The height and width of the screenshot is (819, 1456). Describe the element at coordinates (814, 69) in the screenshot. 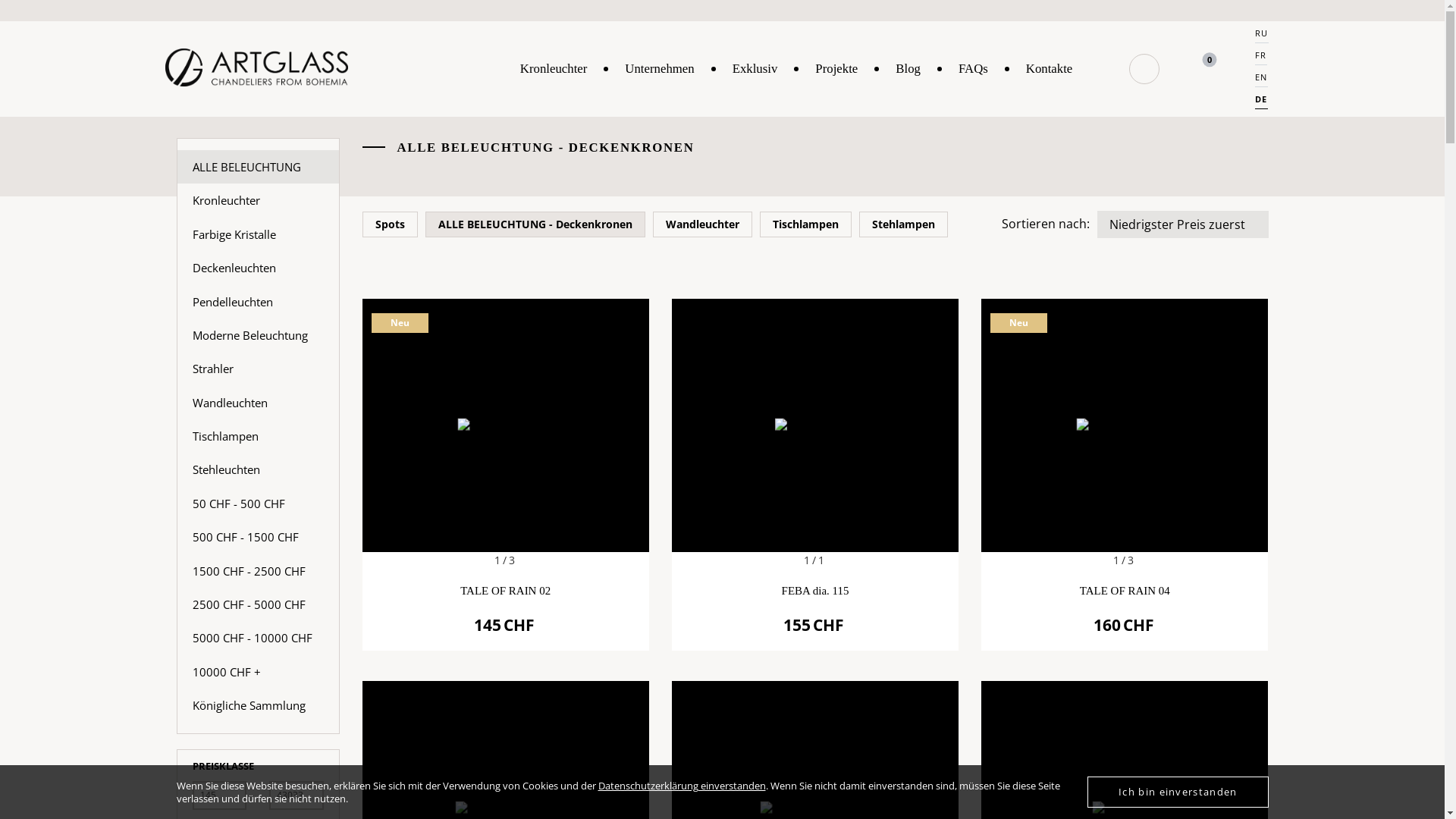

I see `'Projekte'` at that location.